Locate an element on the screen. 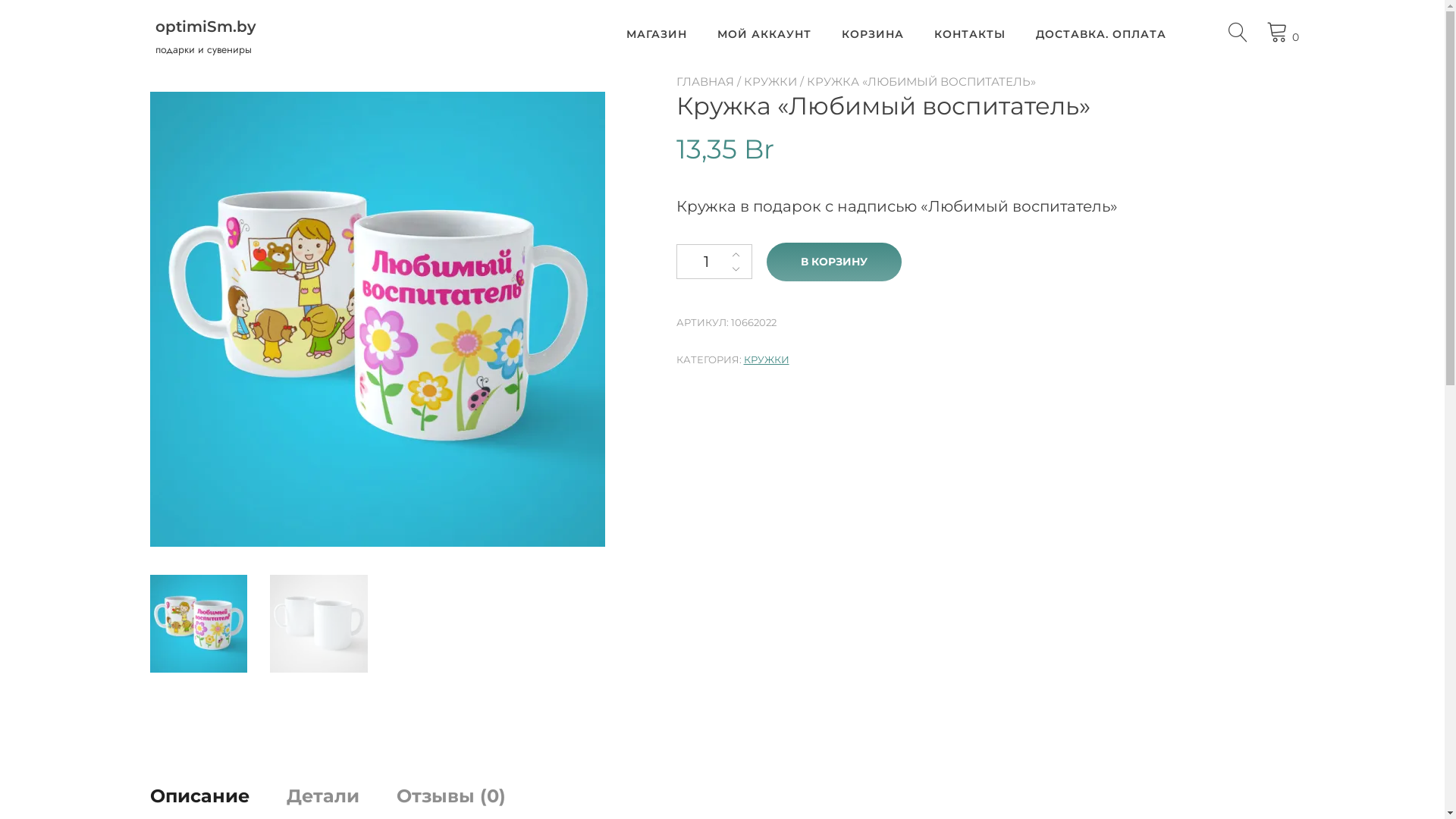 Image resolution: width=1456 pixels, height=819 pixels. '0' is located at coordinates (1282, 32).